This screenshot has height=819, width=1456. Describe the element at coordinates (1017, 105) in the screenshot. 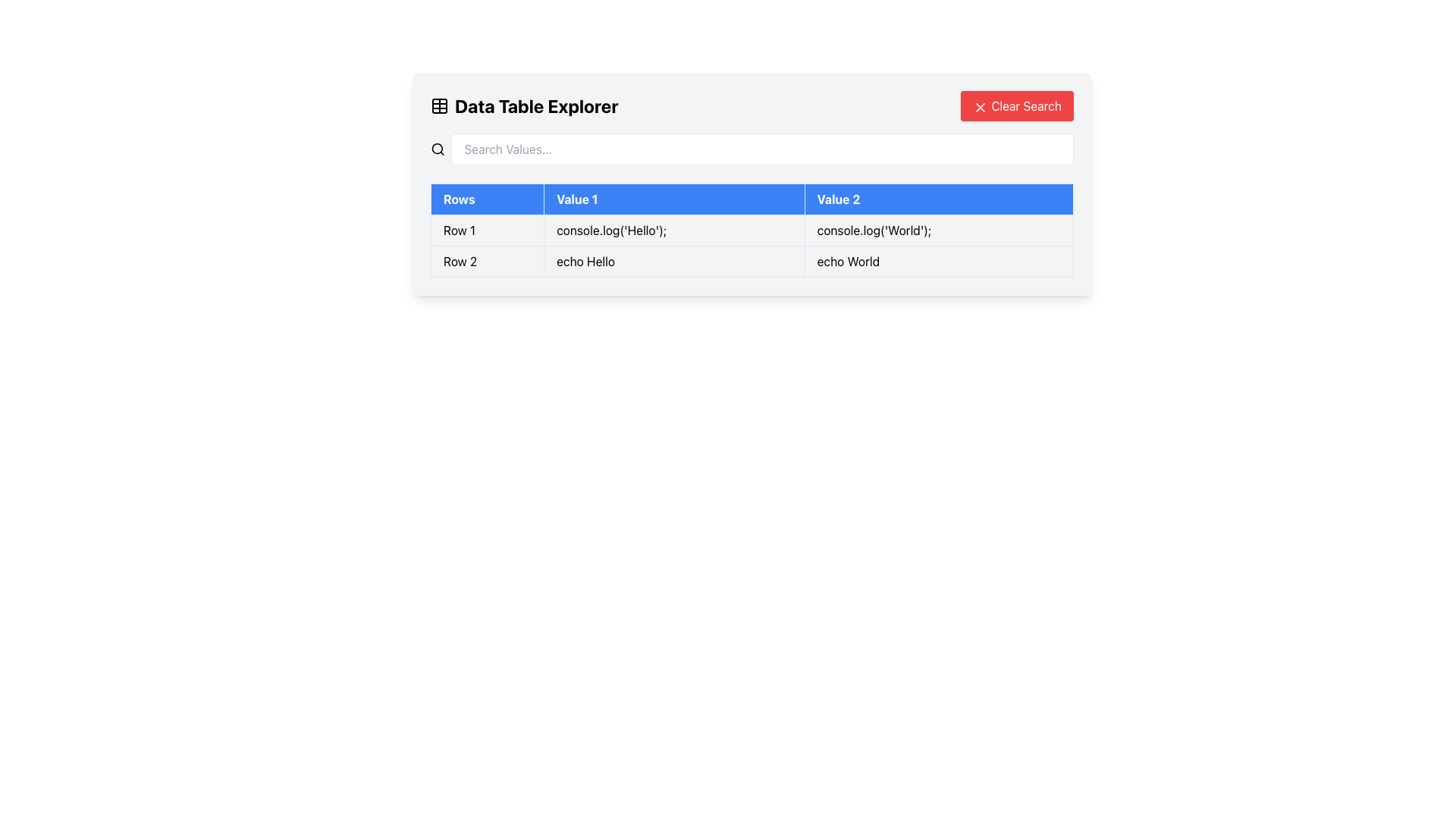

I see `the red 'Clear Search' button with white text located at the top-right corner of the 'Data Table Explorer' bar` at that location.